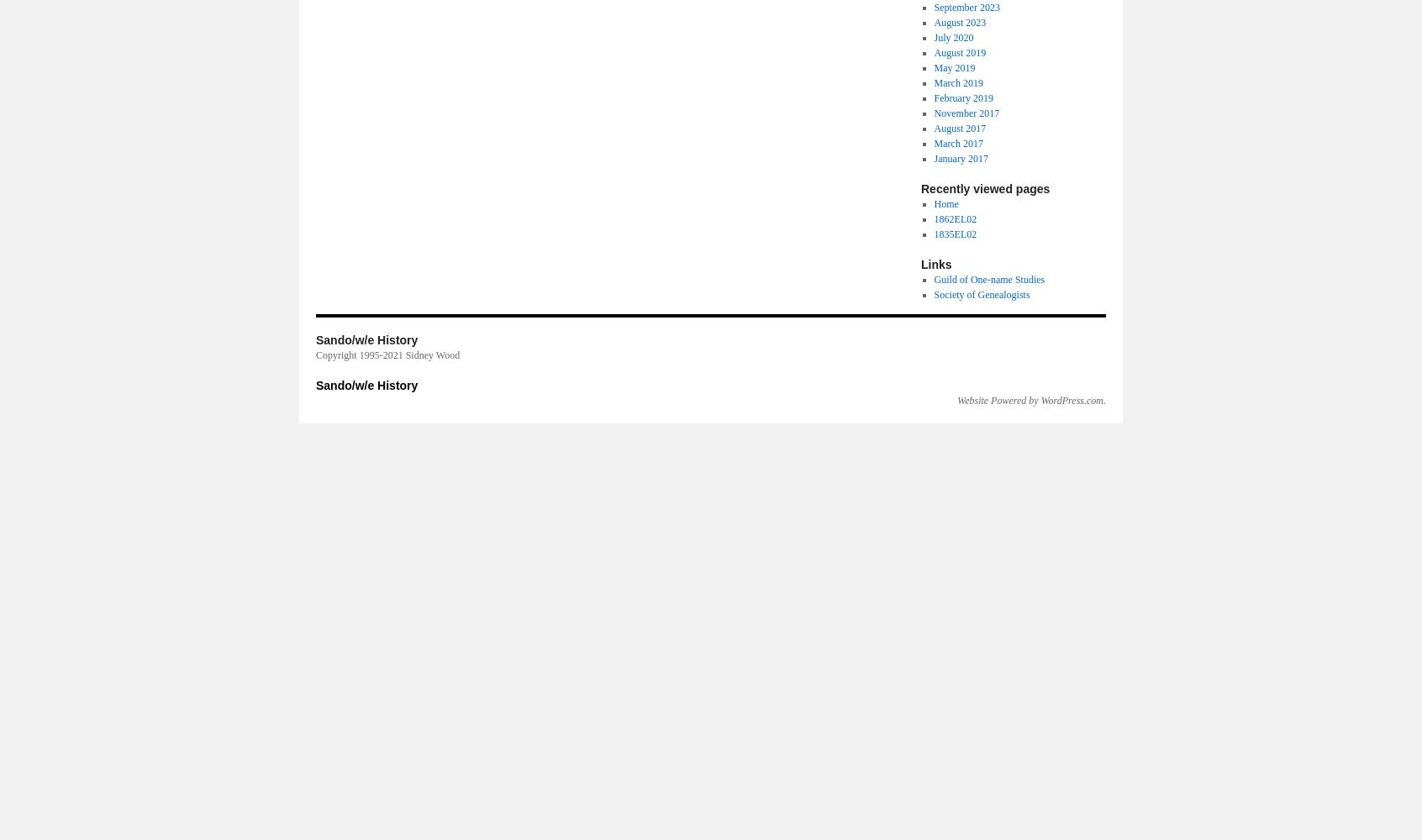 The image size is (1422, 840). What do you see at coordinates (921, 188) in the screenshot?
I see `'Recently viewed pages'` at bounding box center [921, 188].